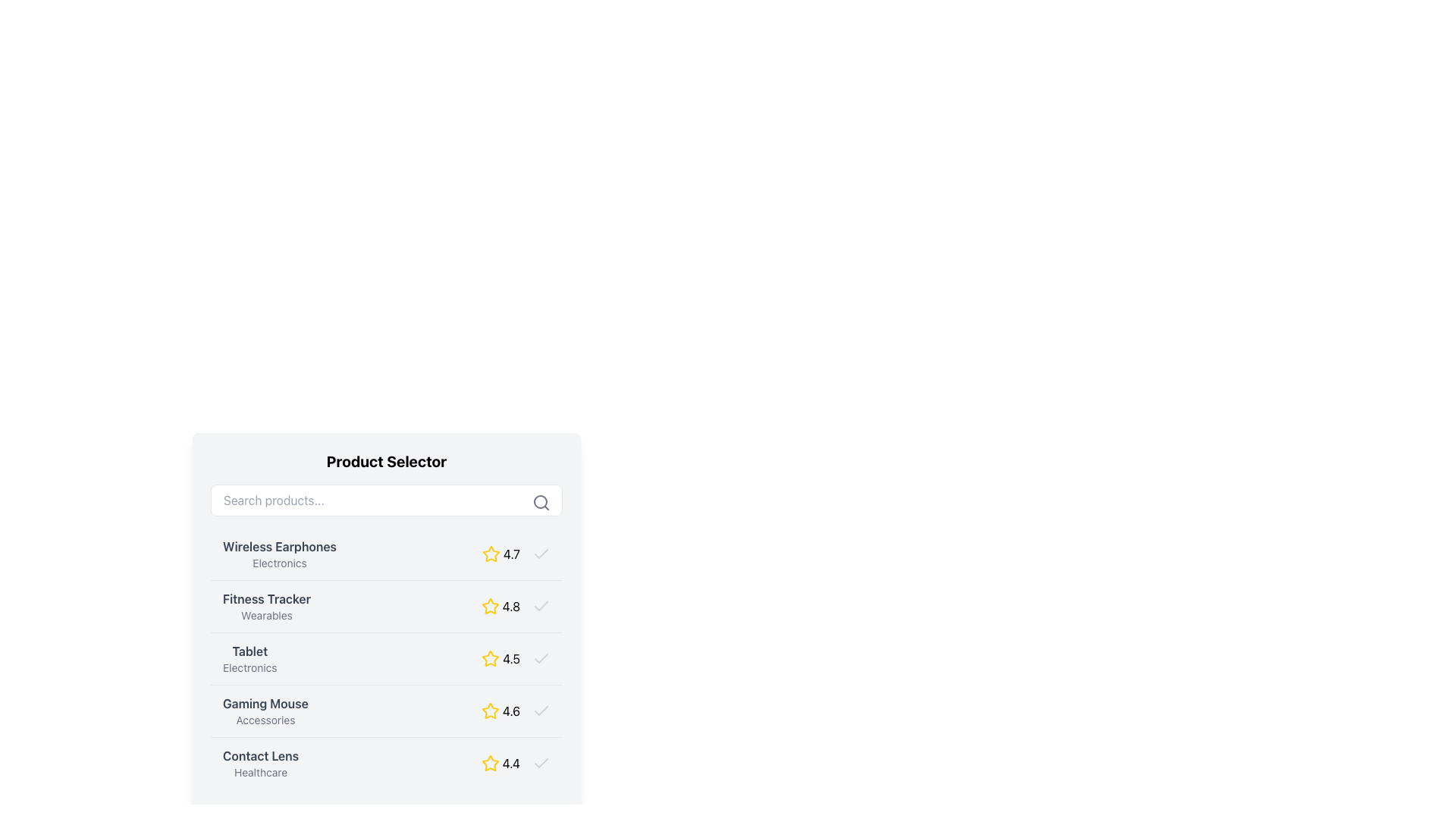  Describe the element at coordinates (490, 763) in the screenshot. I see `the star icon indicating the rating for 'Contact Lens', which is located adjacent to the rating number 4.4 in the last item of the list` at that location.